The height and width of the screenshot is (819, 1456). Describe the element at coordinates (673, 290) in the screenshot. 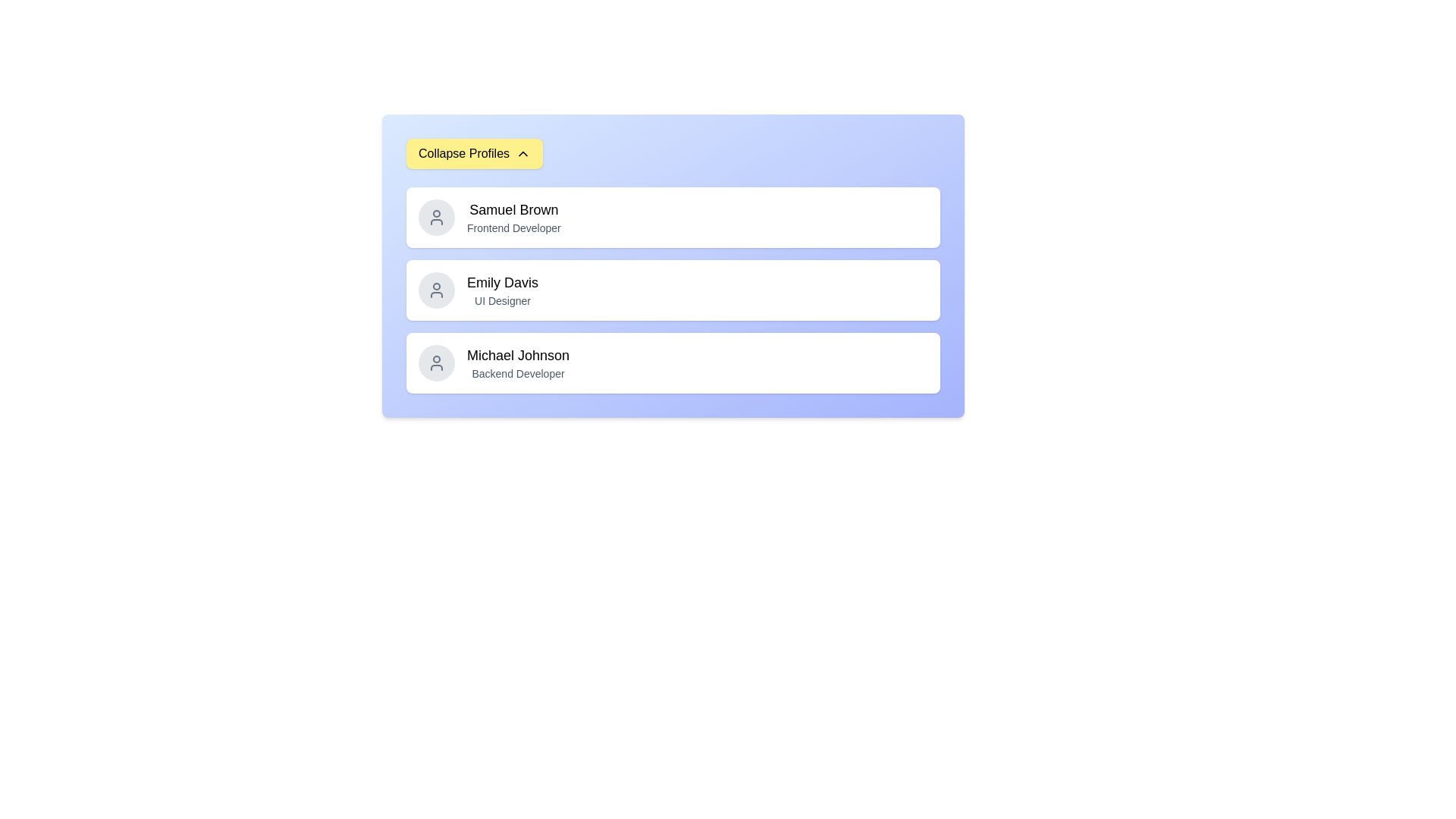

I see `the profile card for 'Emily Davis', which displays their role as 'UI Designer'` at that location.